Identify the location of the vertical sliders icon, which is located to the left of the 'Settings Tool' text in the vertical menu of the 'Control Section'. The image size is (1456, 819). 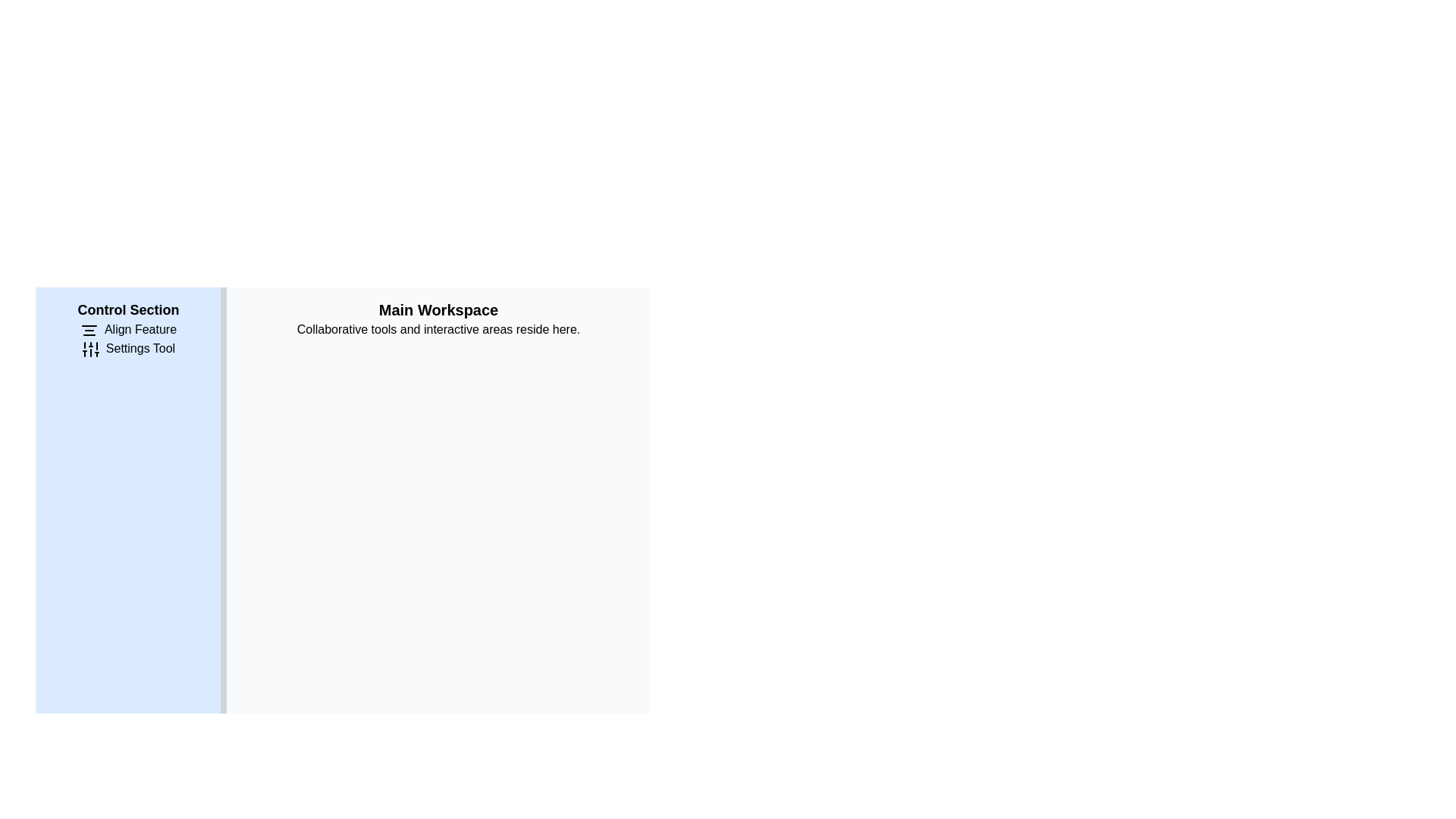
(89, 349).